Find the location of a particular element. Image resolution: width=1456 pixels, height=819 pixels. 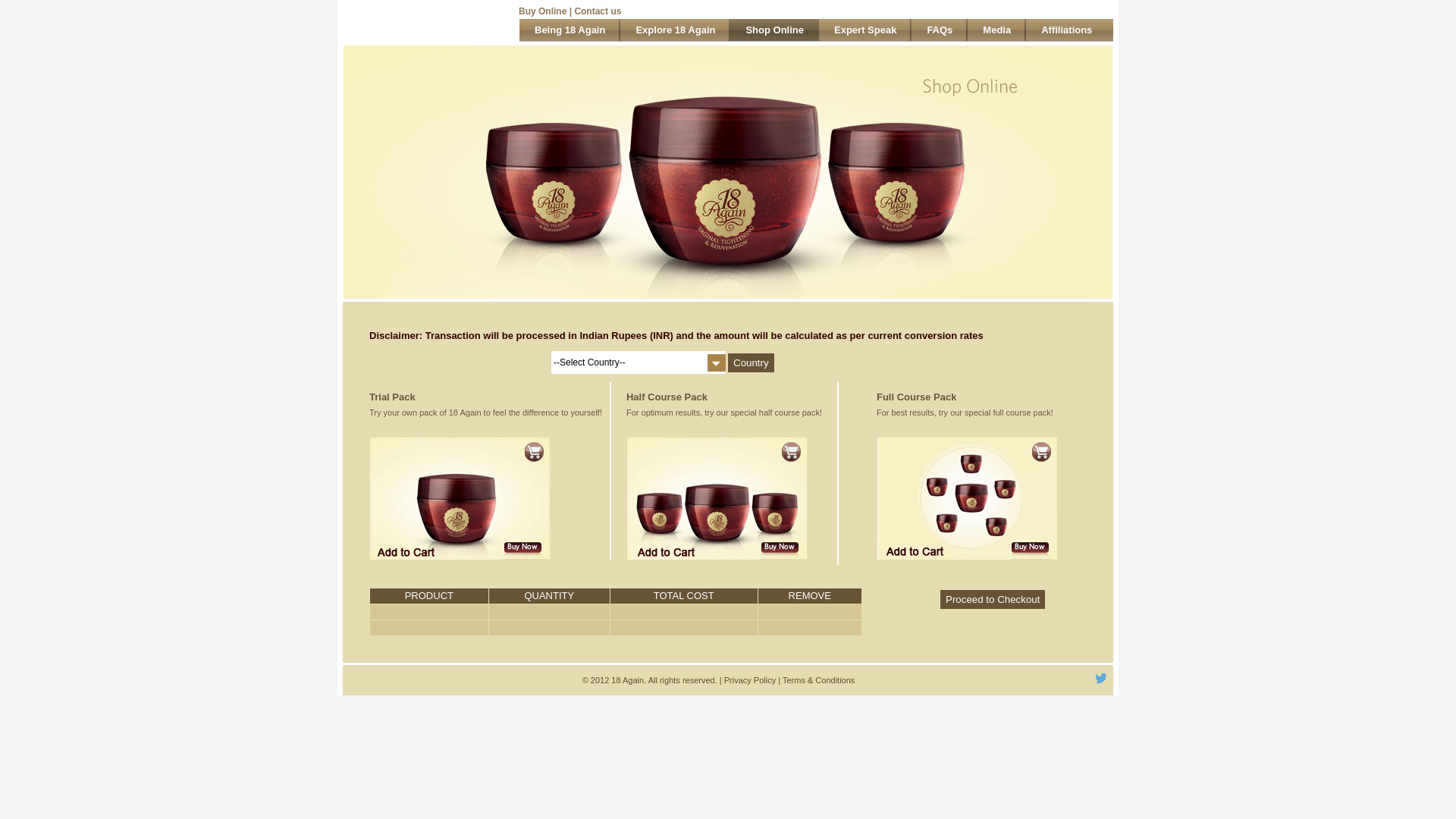

'Explore 18 Again' is located at coordinates (620, 30).